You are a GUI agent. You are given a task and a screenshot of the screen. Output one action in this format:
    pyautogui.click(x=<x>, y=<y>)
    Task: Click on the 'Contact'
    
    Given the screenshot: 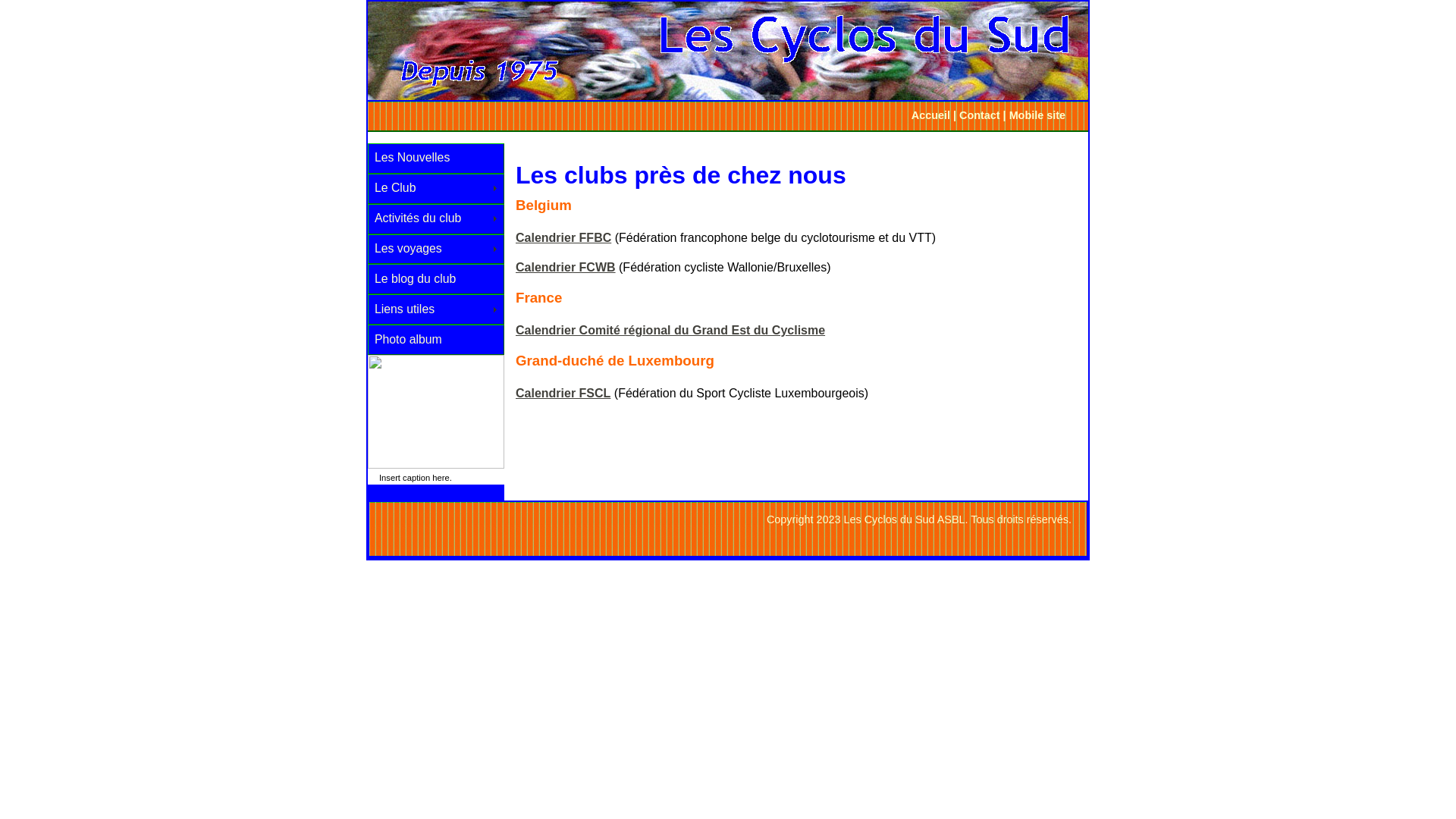 What is the action you would take?
    pyautogui.click(x=979, y=114)
    